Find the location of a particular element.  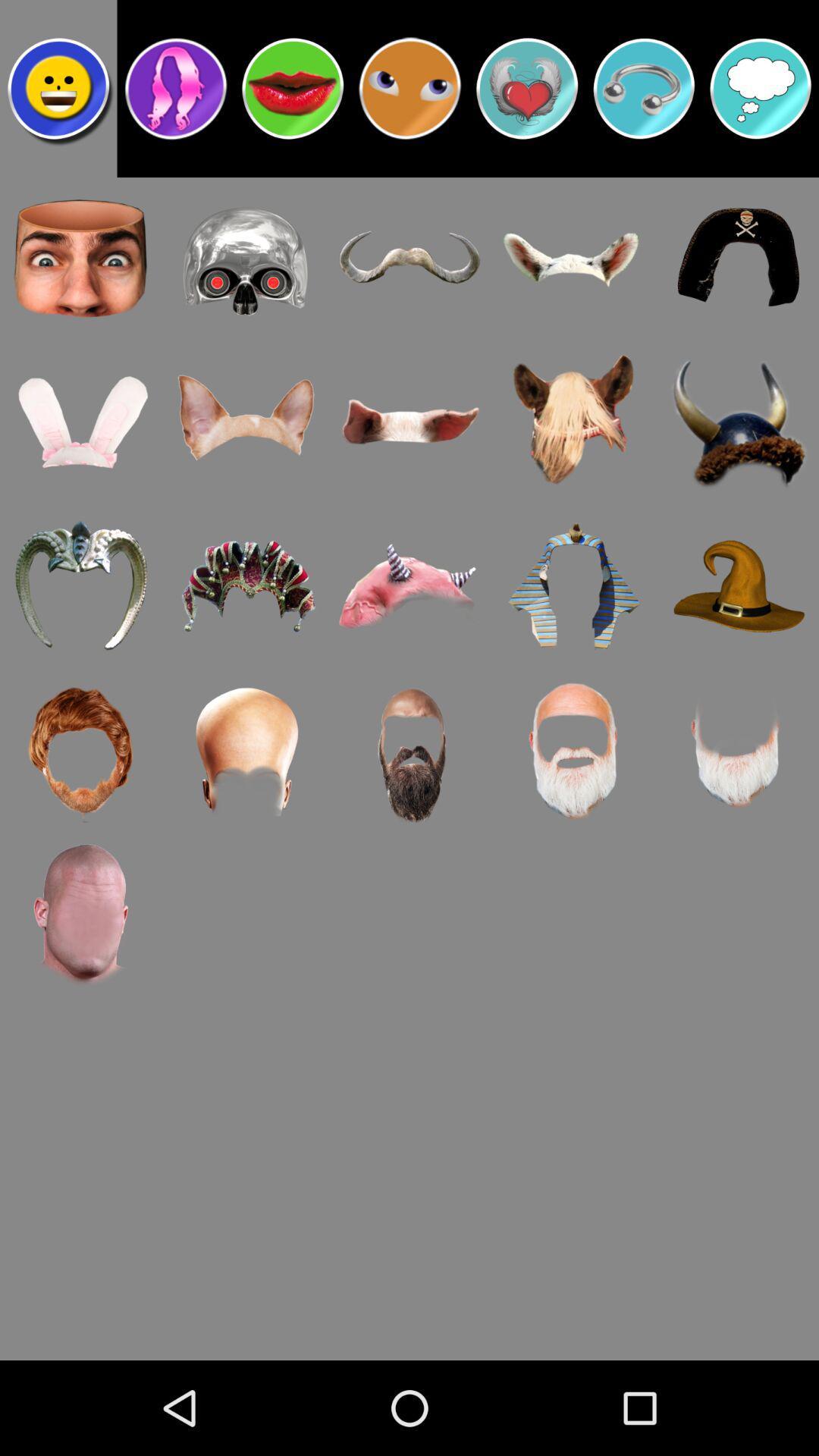

the heart symbol option is located at coordinates (526, 87).